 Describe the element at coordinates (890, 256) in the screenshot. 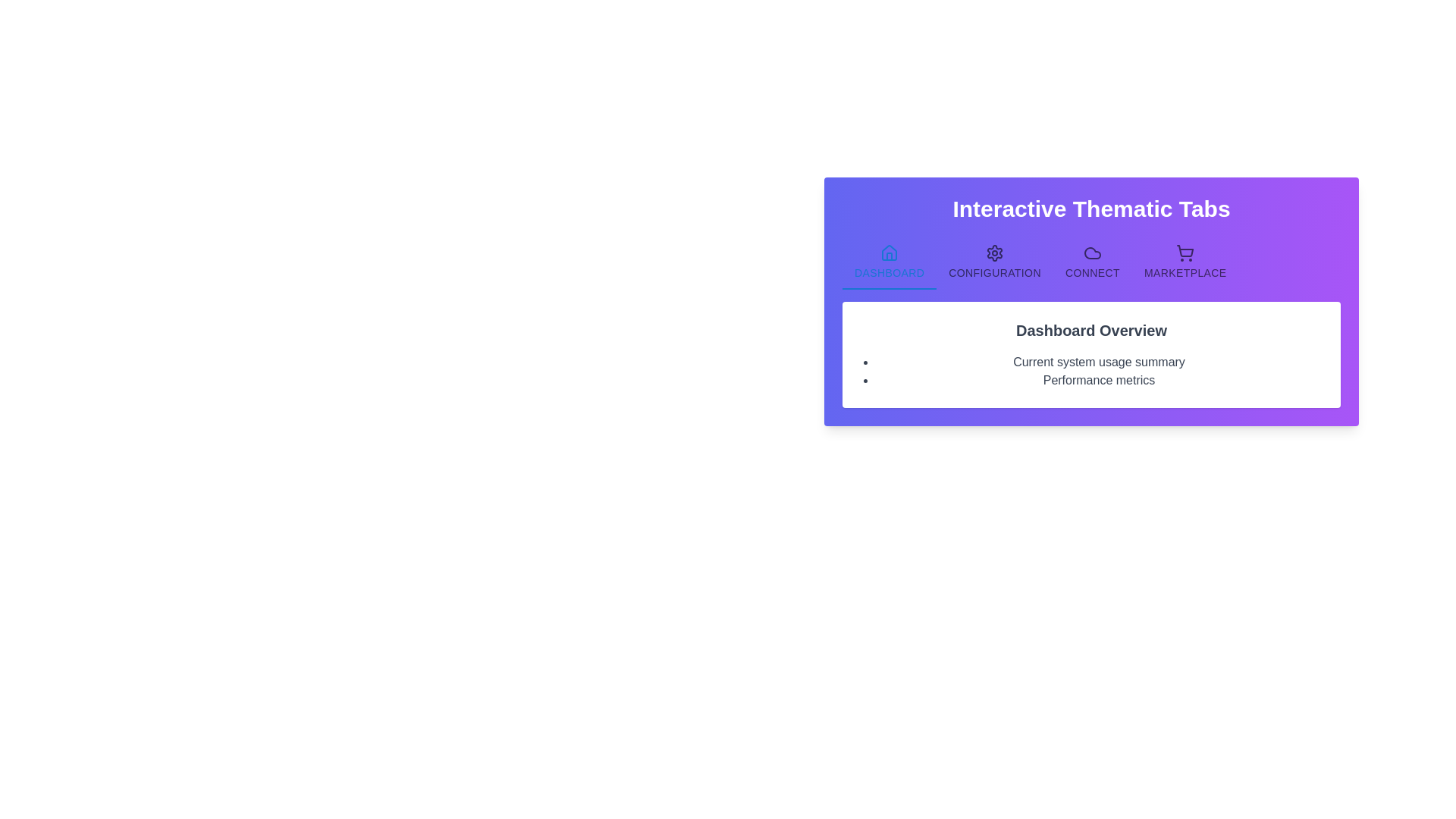

I see `the vertical segment of the house icon representing the door or wall, located in the DASHBOARD tab` at that location.